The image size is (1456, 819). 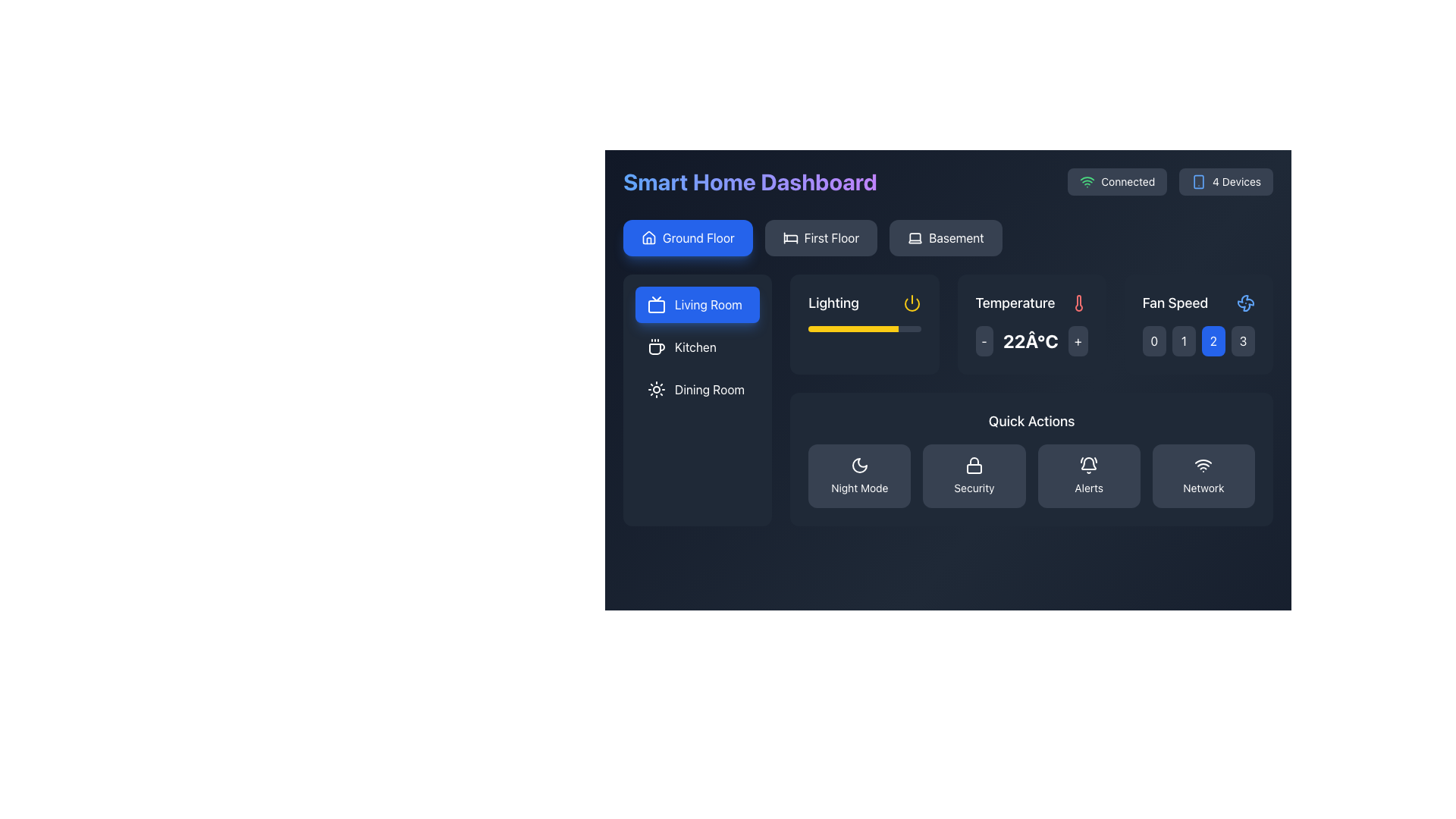 I want to click on the 'Ground Floor' navigation button icon, which serves as a visual identifier for home functions in the dashboard interface, so click(x=648, y=237).